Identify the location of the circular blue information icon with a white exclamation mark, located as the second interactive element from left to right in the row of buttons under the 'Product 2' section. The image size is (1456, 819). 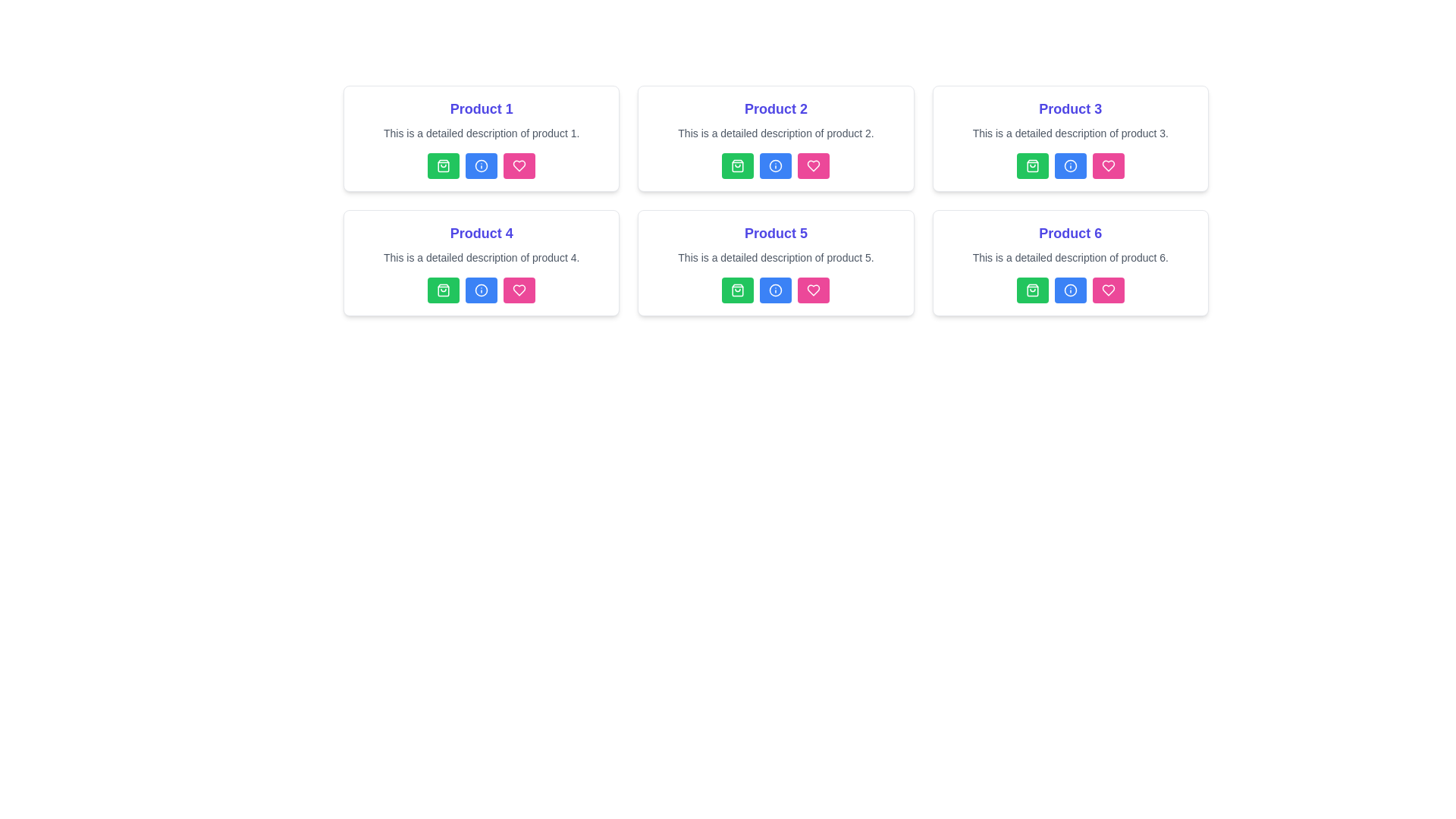
(776, 166).